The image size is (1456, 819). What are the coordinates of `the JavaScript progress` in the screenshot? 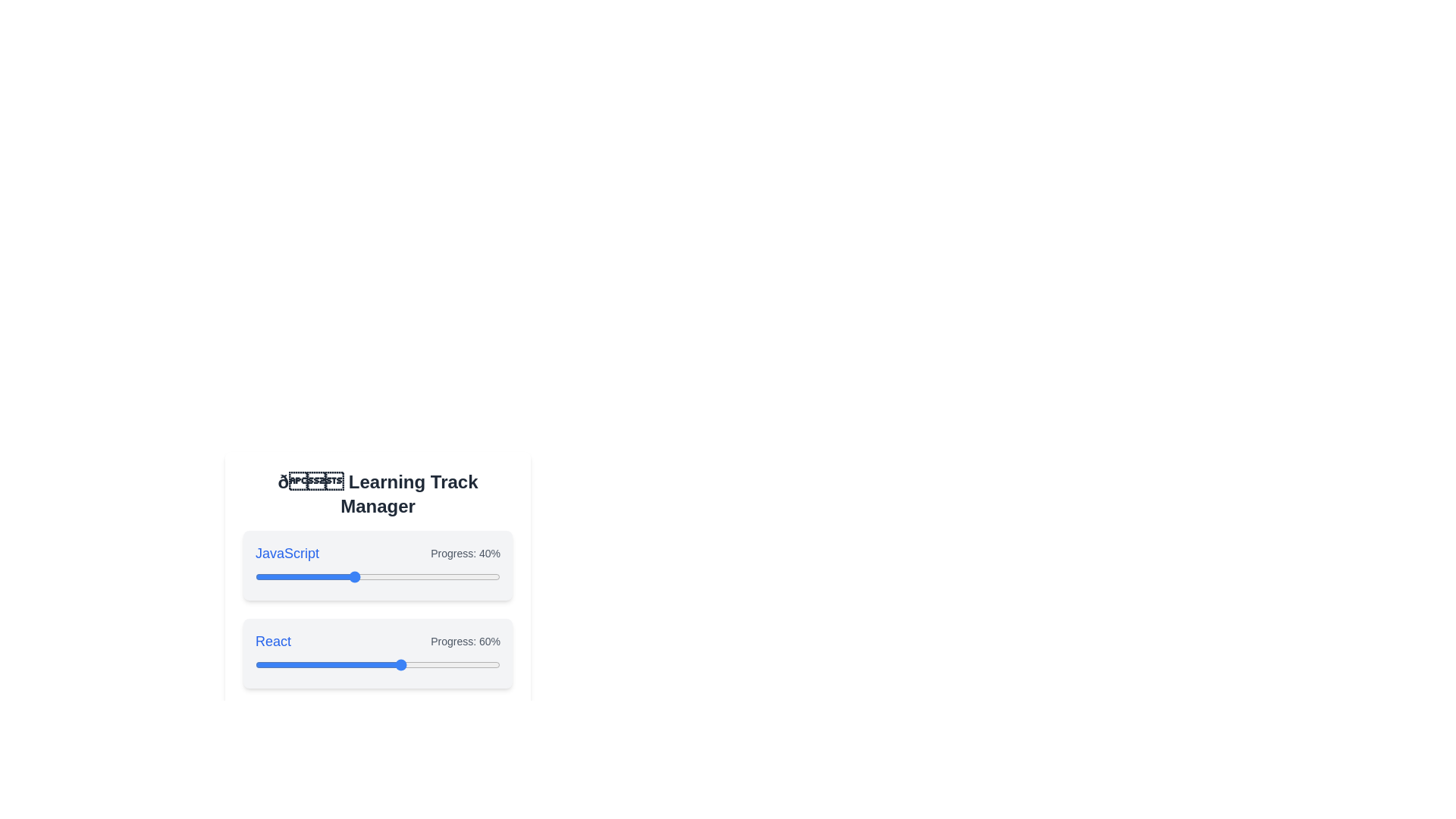 It's located at (445, 576).